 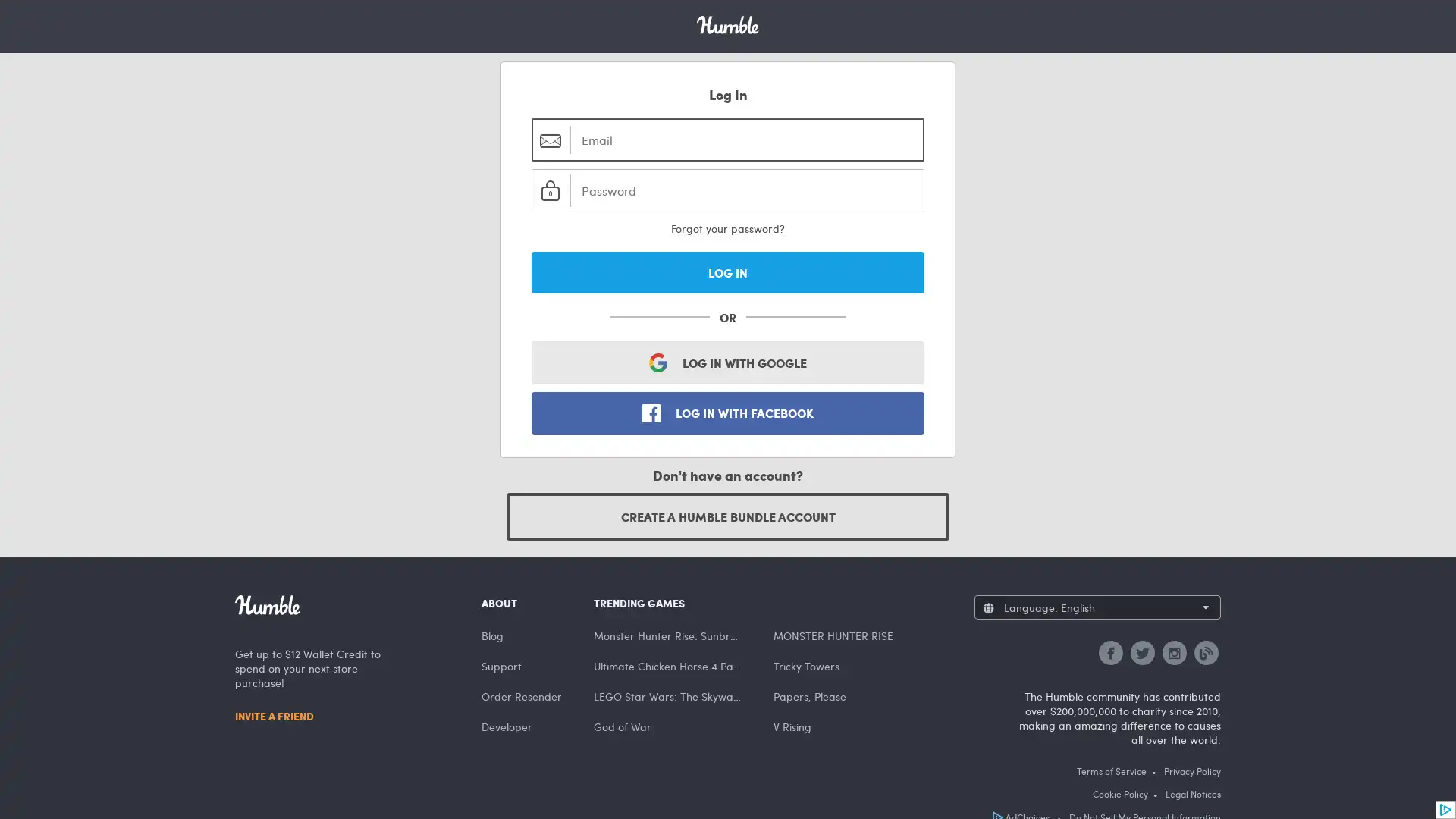 I want to click on LOG IN WITH FACEBOOK, so click(x=728, y=412).